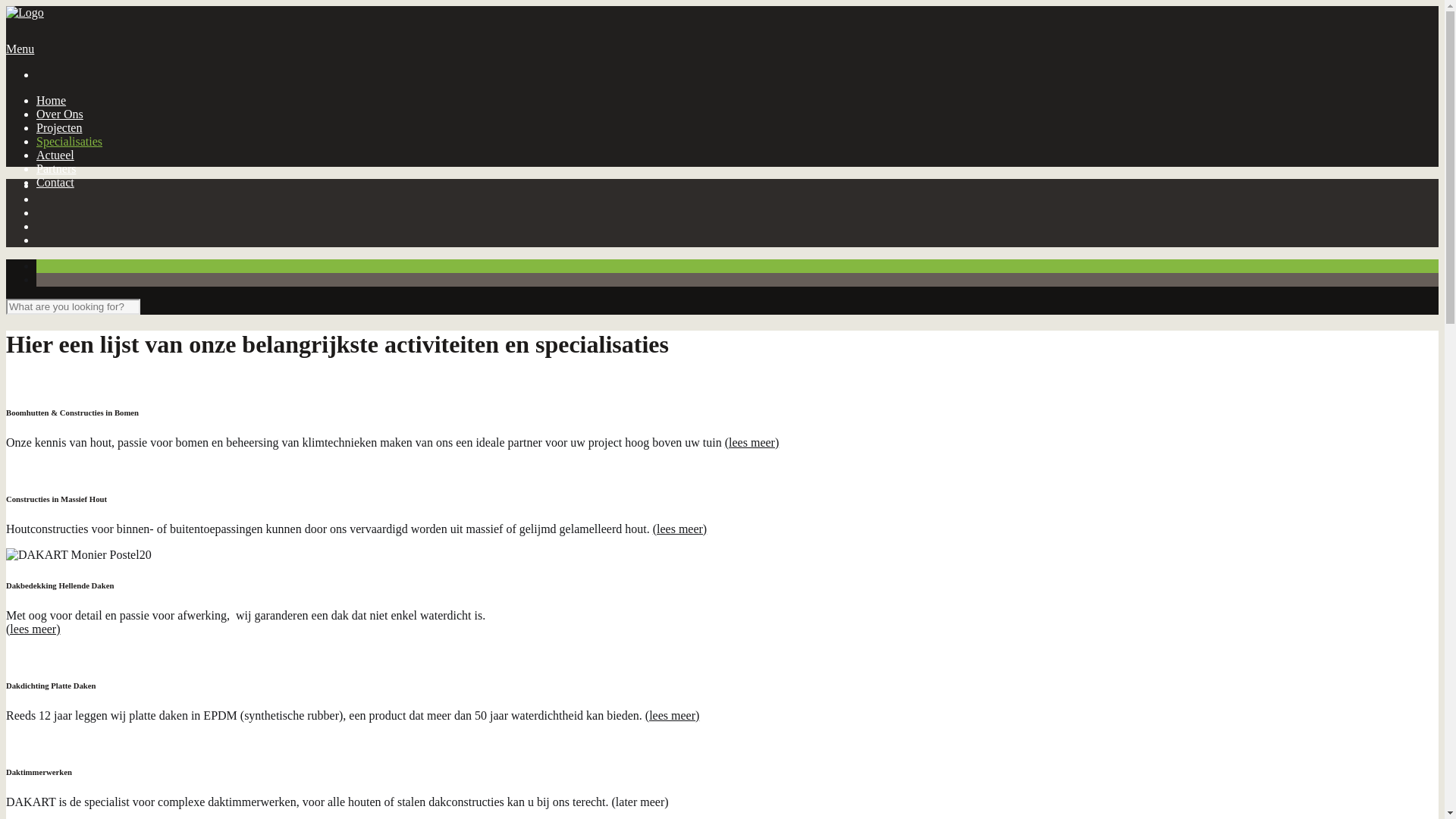  What do you see at coordinates (58, 127) in the screenshot?
I see `'Projecten'` at bounding box center [58, 127].